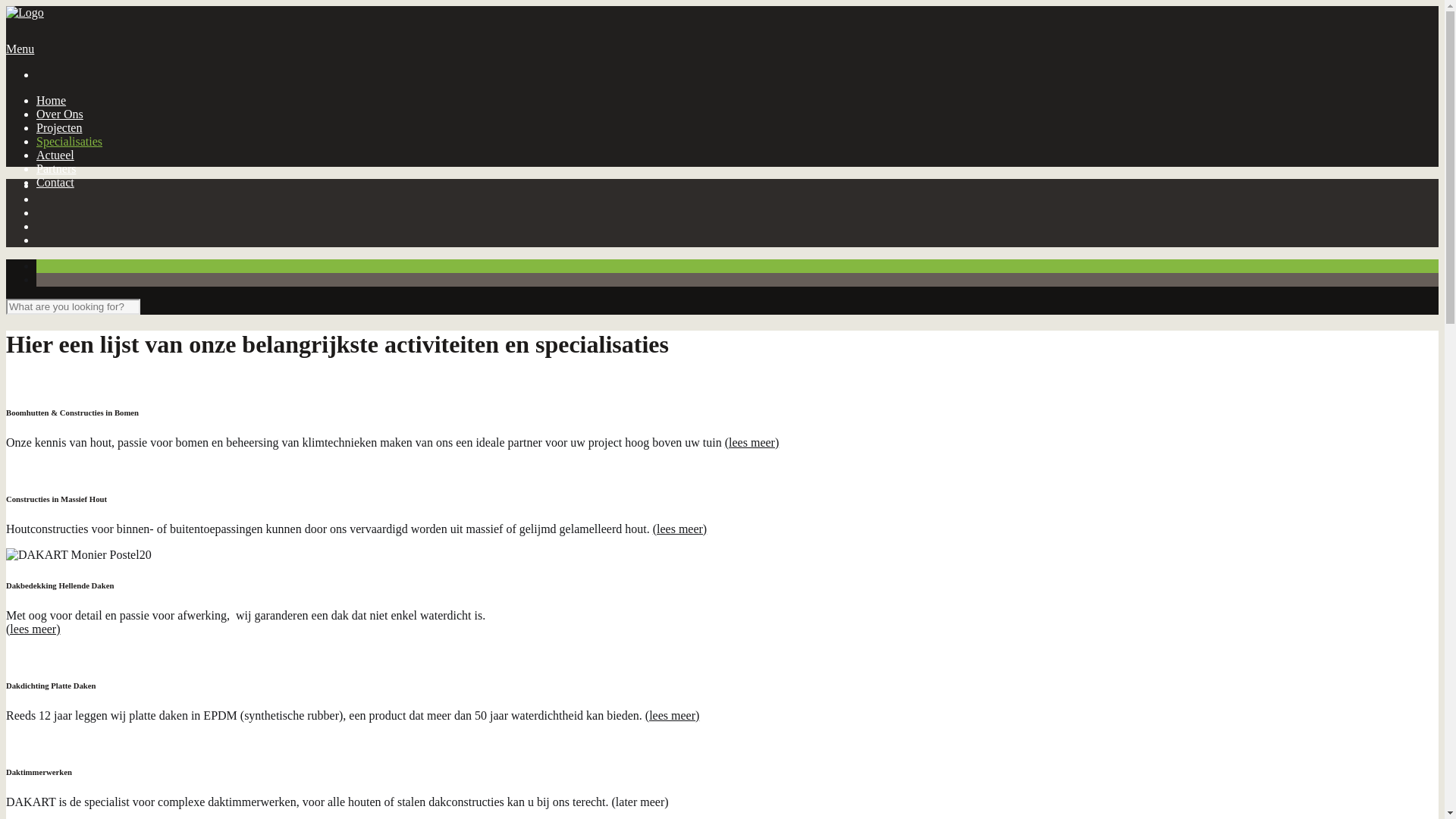  What do you see at coordinates (58, 127) in the screenshot?
I see `'Projecten'` at bounding box center [58, 127].